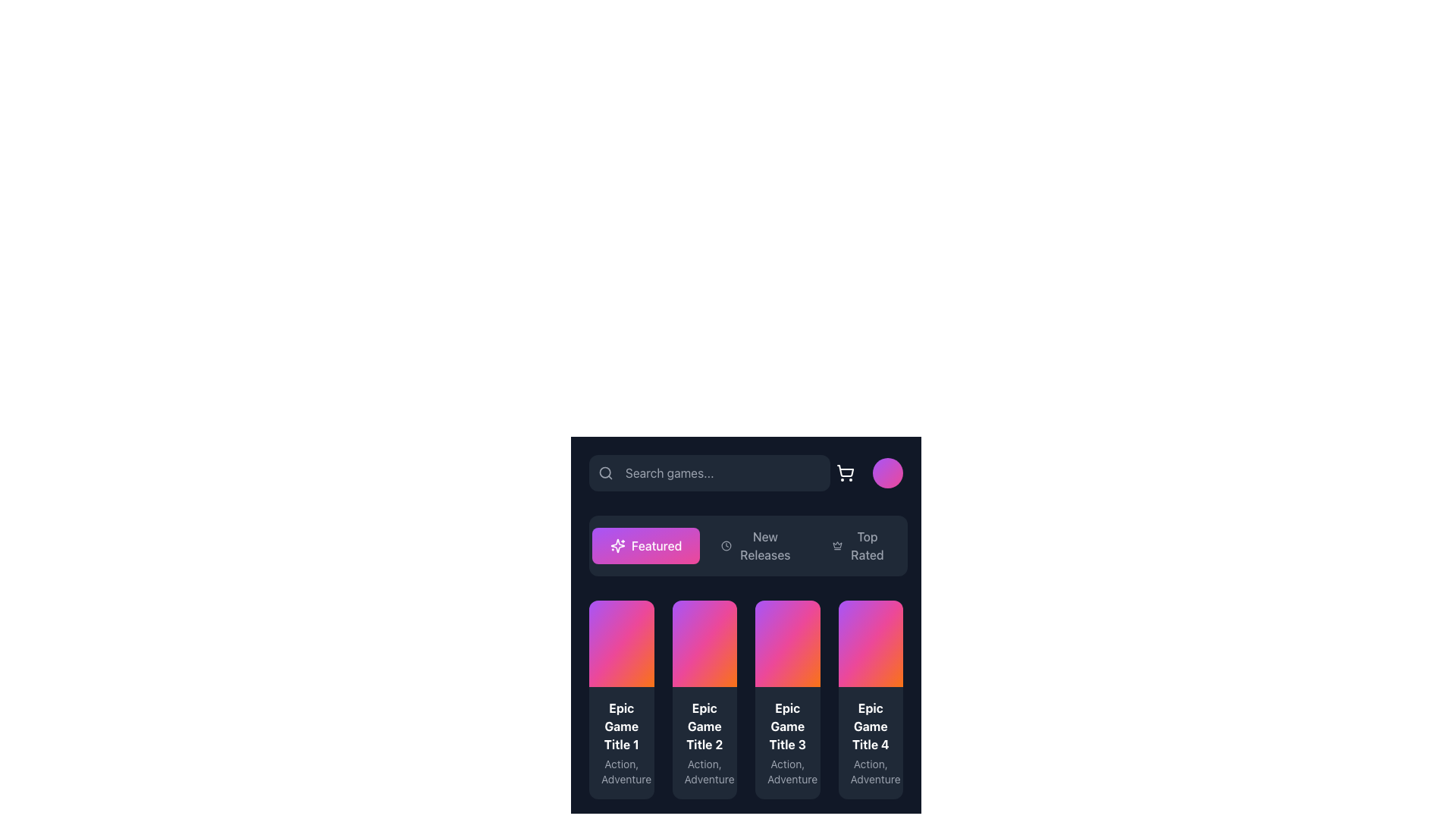 The width and height of the screenshot is (1456, 819). I want to click on the informative text block that provides information about the game, including its title and genre, so click(621, 742).